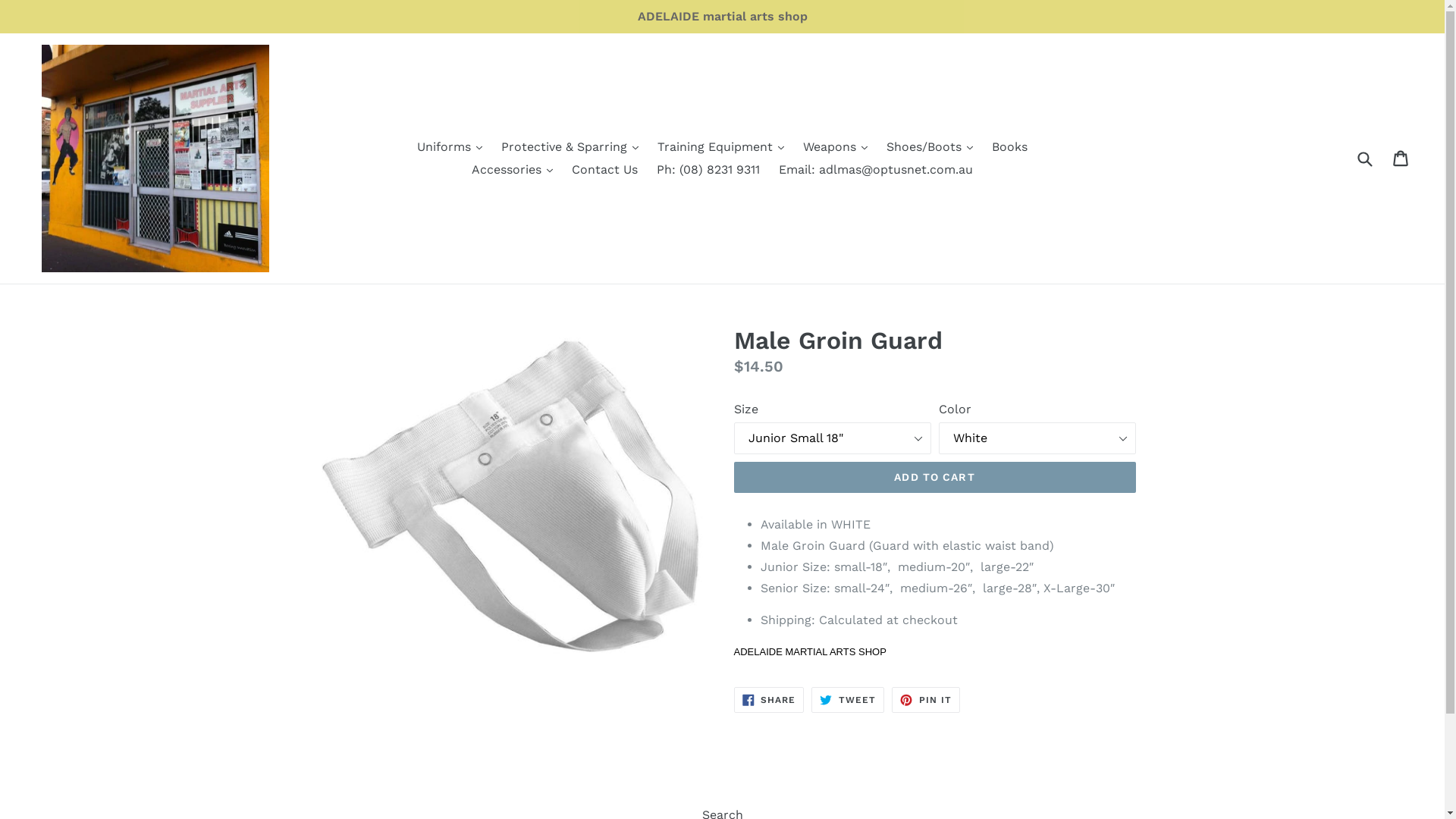 The height and width of the screenshot is (819, 1456). Describe the element at coordinates (721, 17) in the screenshot. I see `'ADELAIDE martial arts shop'` at that location.